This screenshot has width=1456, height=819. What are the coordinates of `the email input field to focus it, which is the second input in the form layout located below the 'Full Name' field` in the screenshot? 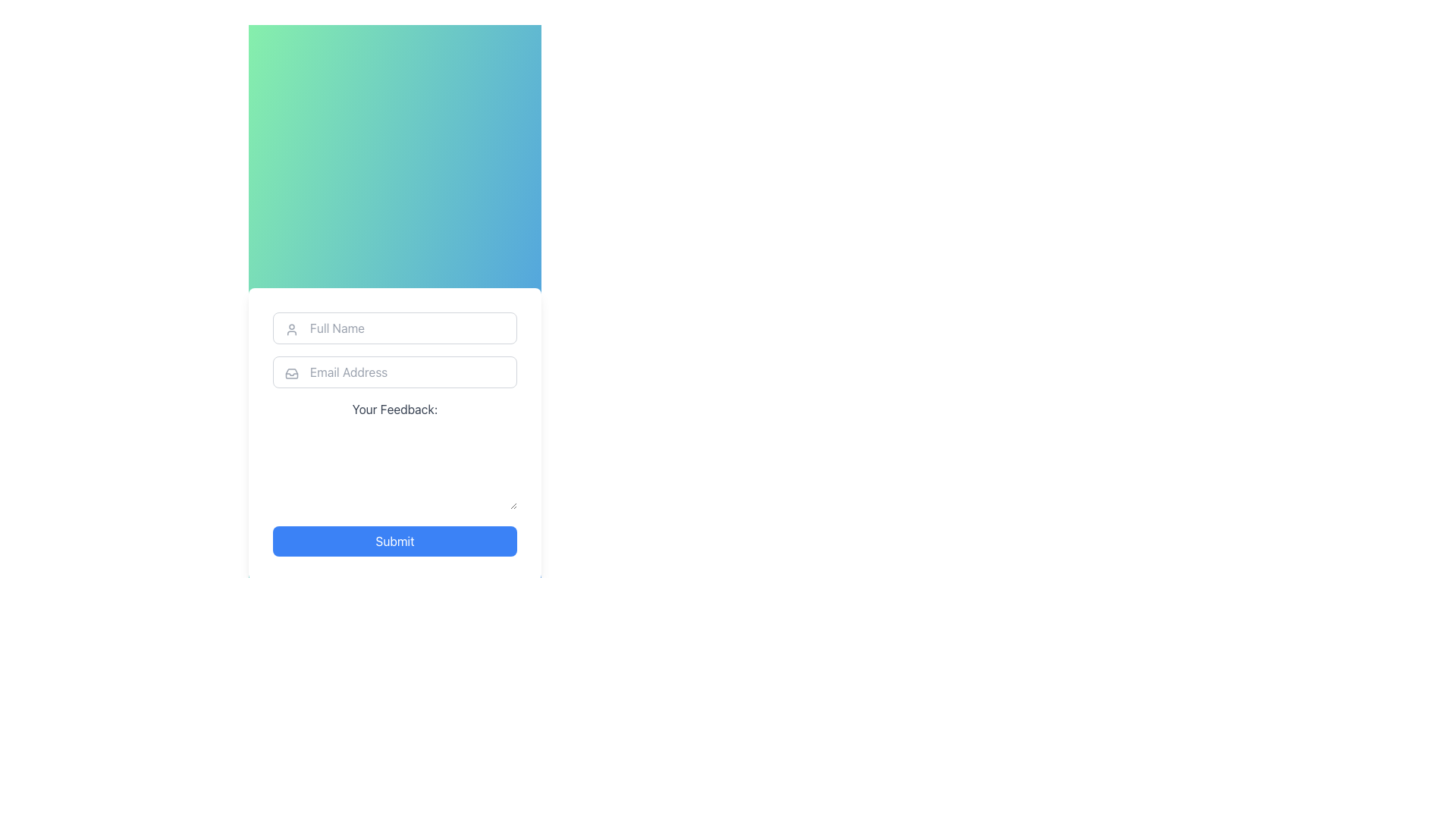 It's located at (395, 372).